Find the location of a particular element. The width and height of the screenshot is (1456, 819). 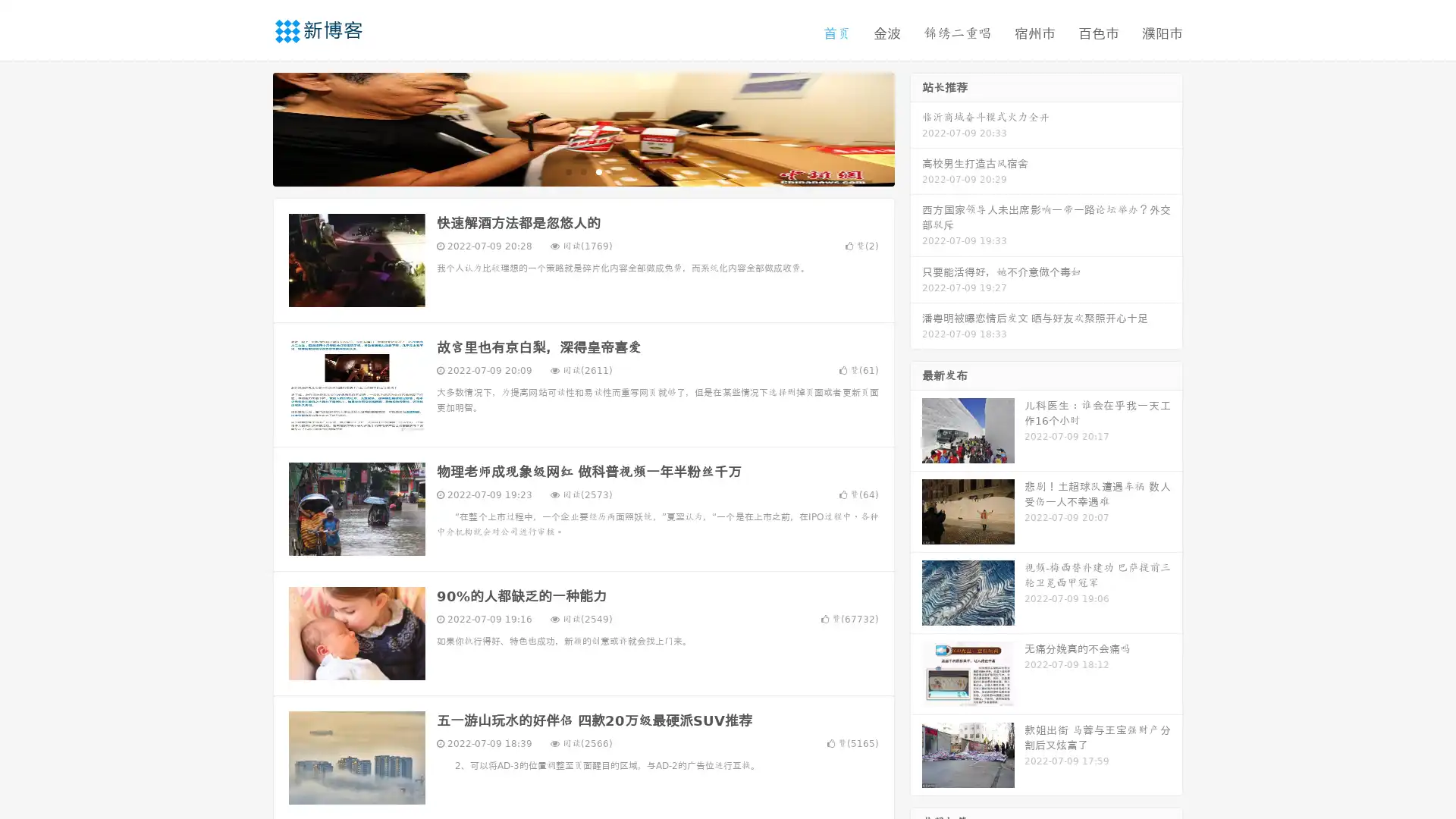

Next slide is located at coordinates (916, 127).